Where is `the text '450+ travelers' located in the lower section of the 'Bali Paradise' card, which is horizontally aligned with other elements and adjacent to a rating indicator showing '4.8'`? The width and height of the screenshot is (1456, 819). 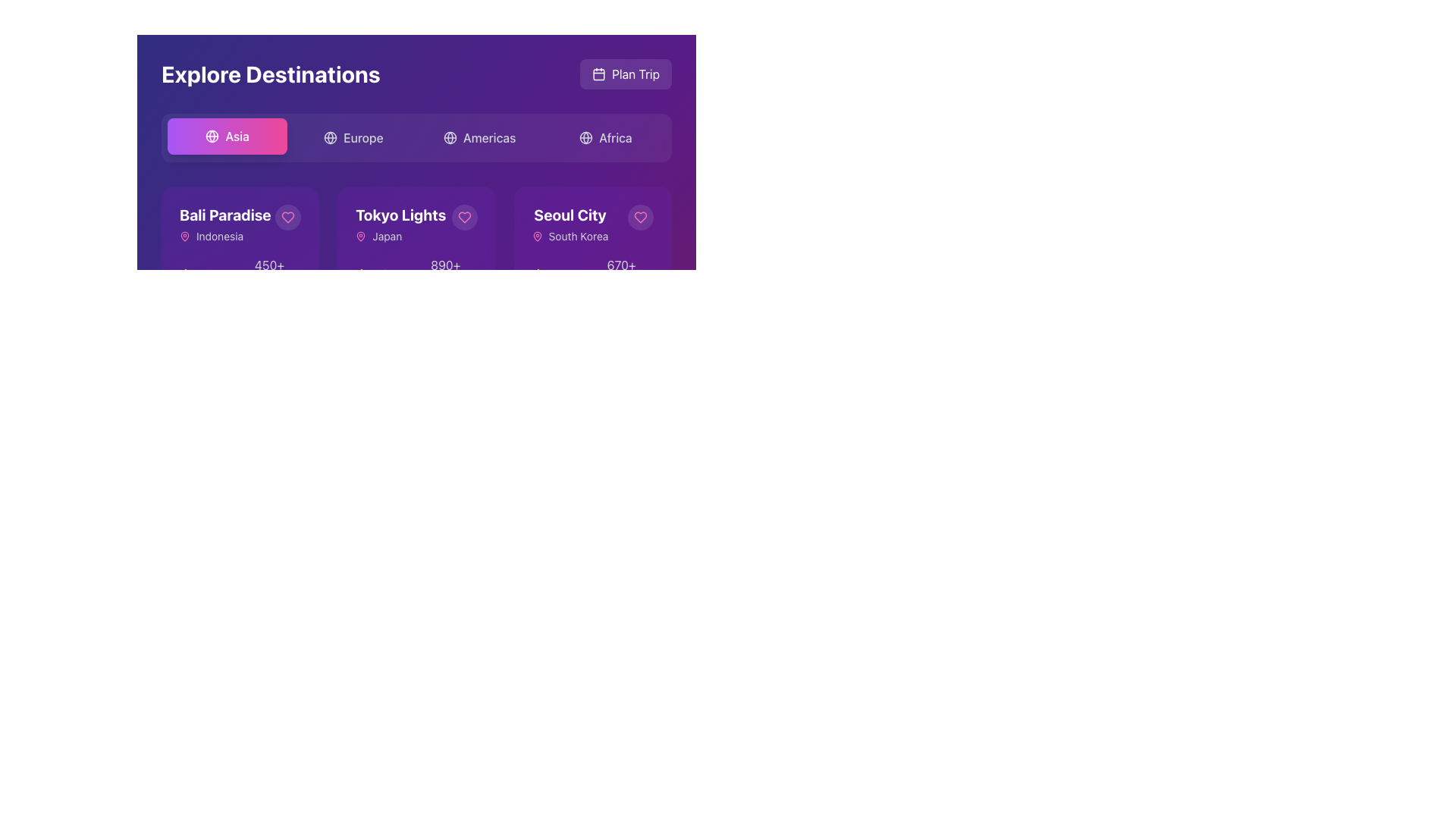 the text '450+ travelers' located in the lower section of the 'Bali Paradise' card, which is horizontally aligned with other elements and adjacent to a rating indicator showing '4.8' is located at coordinates (263, 275).